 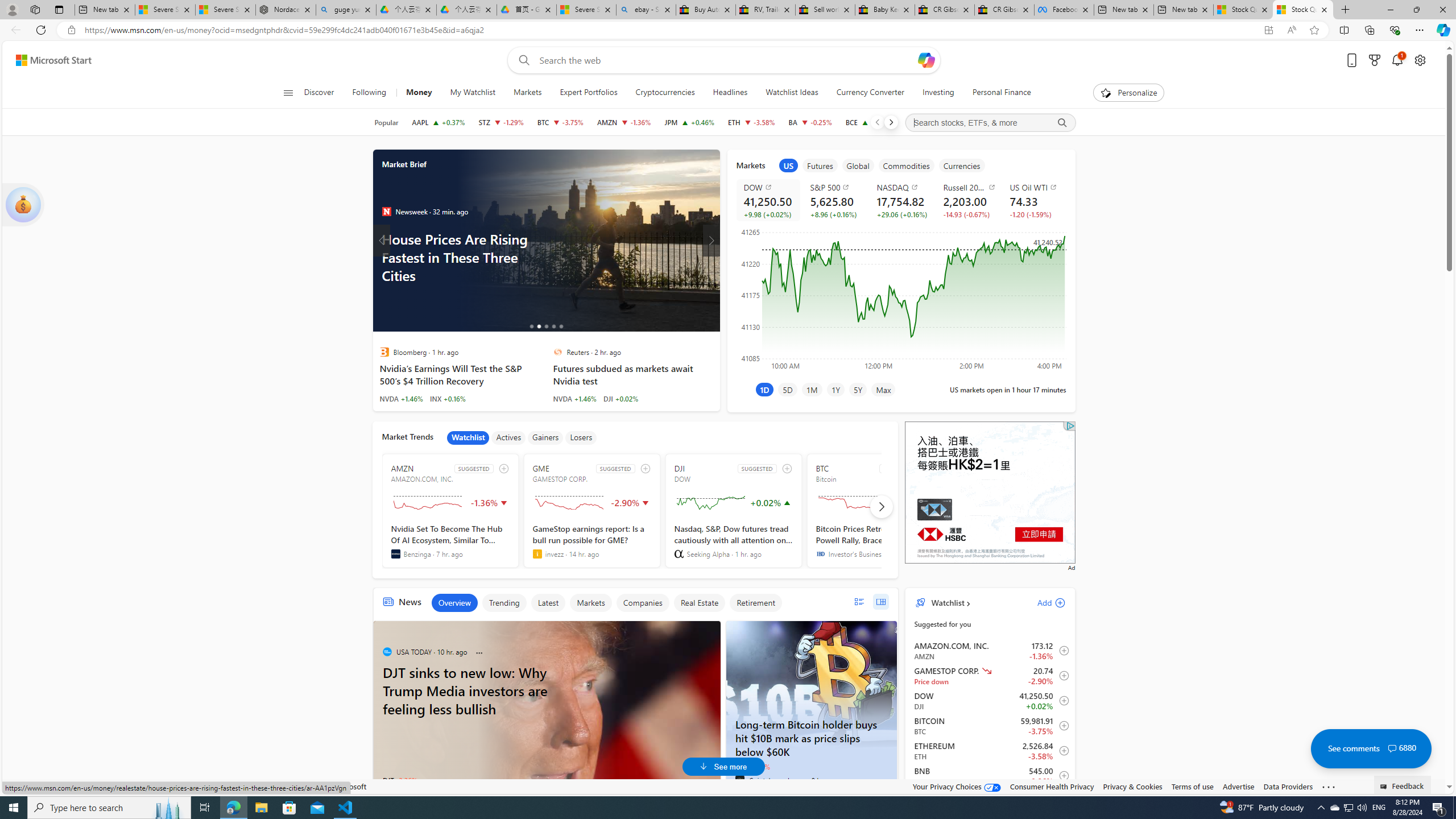 I want to click on 'Class: oneFooter_seeMore-DS-EntryPoint1-1', so click(x=1328, y=786).